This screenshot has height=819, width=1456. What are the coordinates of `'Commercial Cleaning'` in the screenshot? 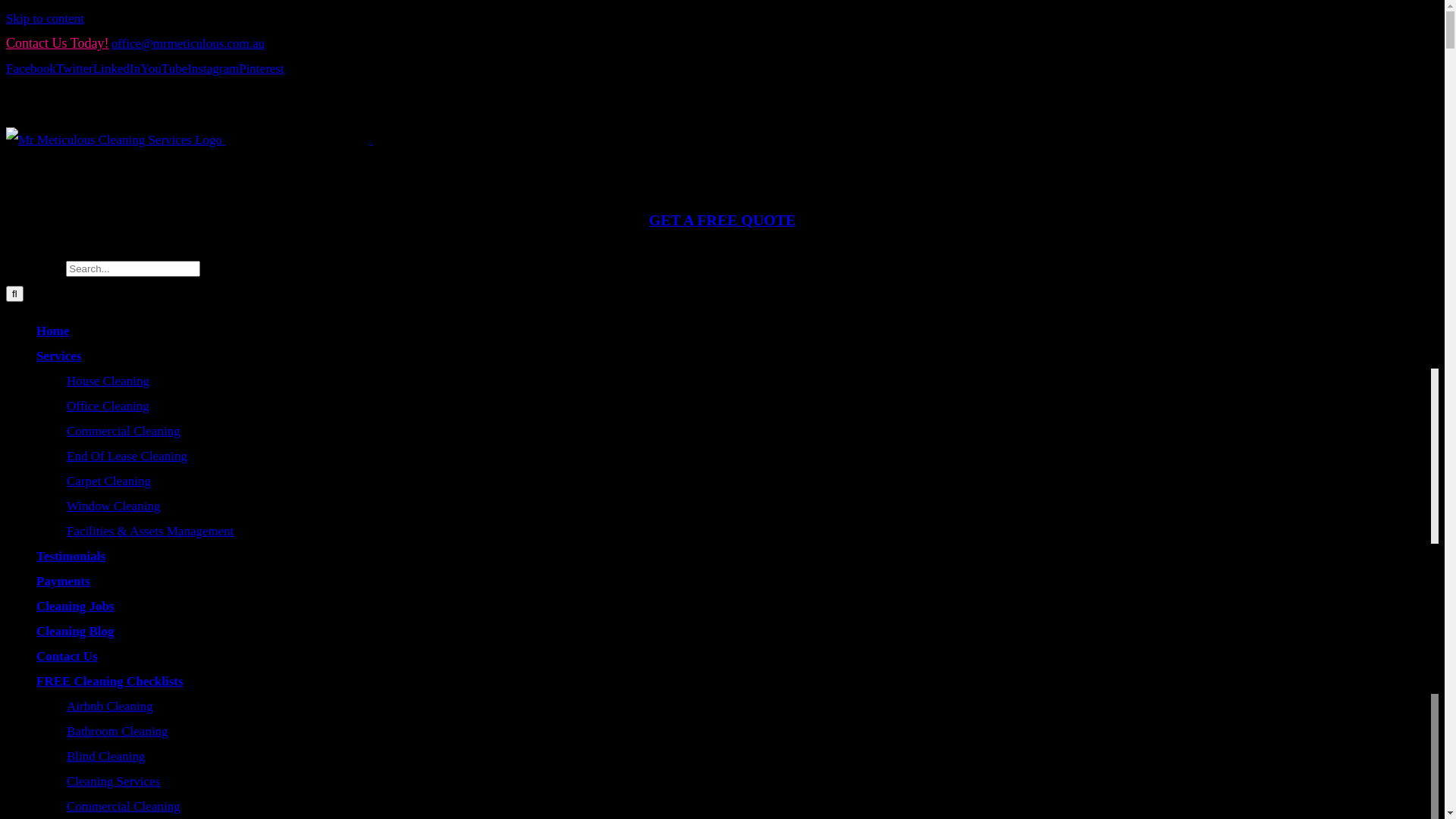 It's located at (124, 431).